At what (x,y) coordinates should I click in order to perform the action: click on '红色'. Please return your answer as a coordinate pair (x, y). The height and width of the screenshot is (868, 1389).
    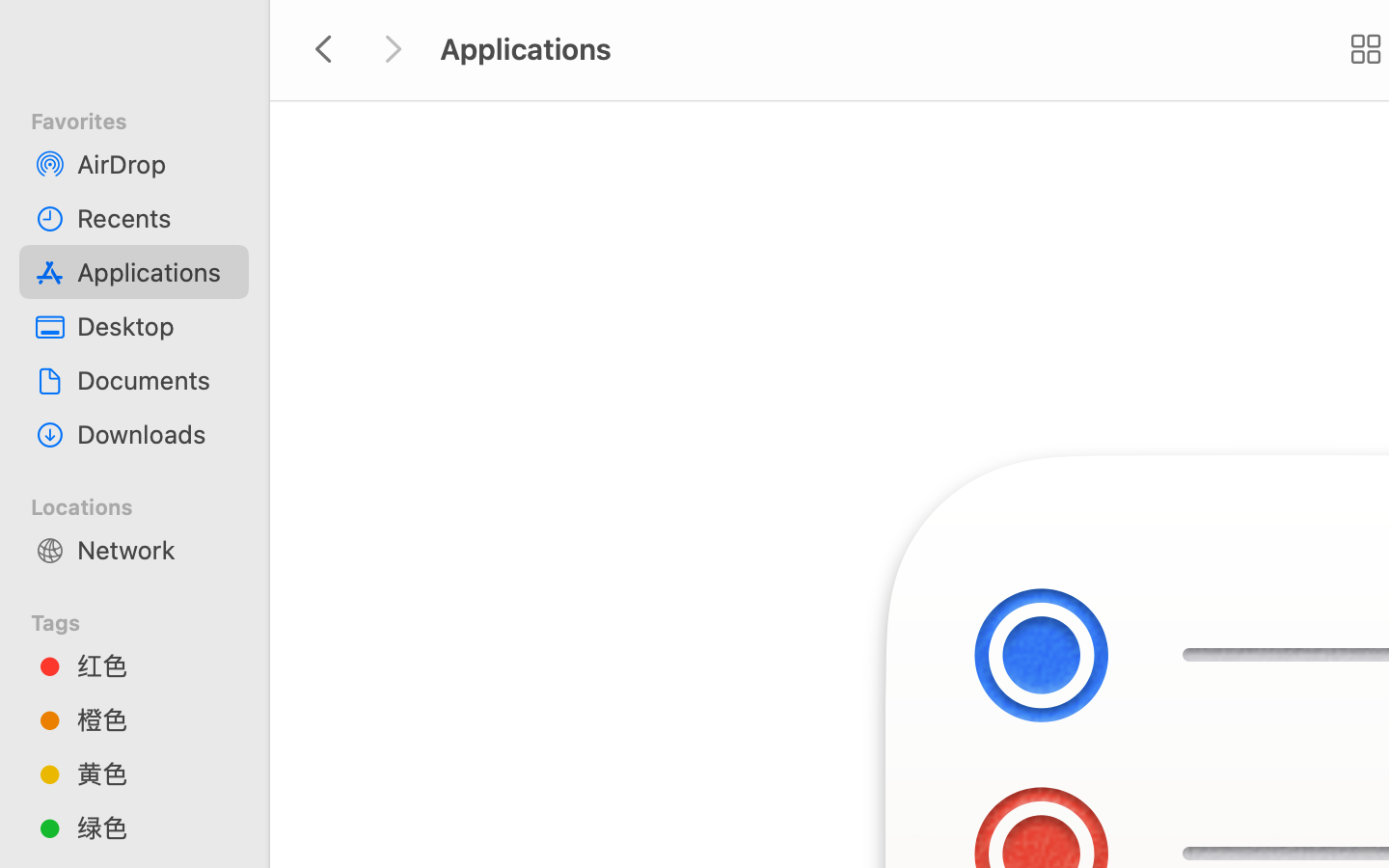
    Looking at the image, I should click on (153, 665).